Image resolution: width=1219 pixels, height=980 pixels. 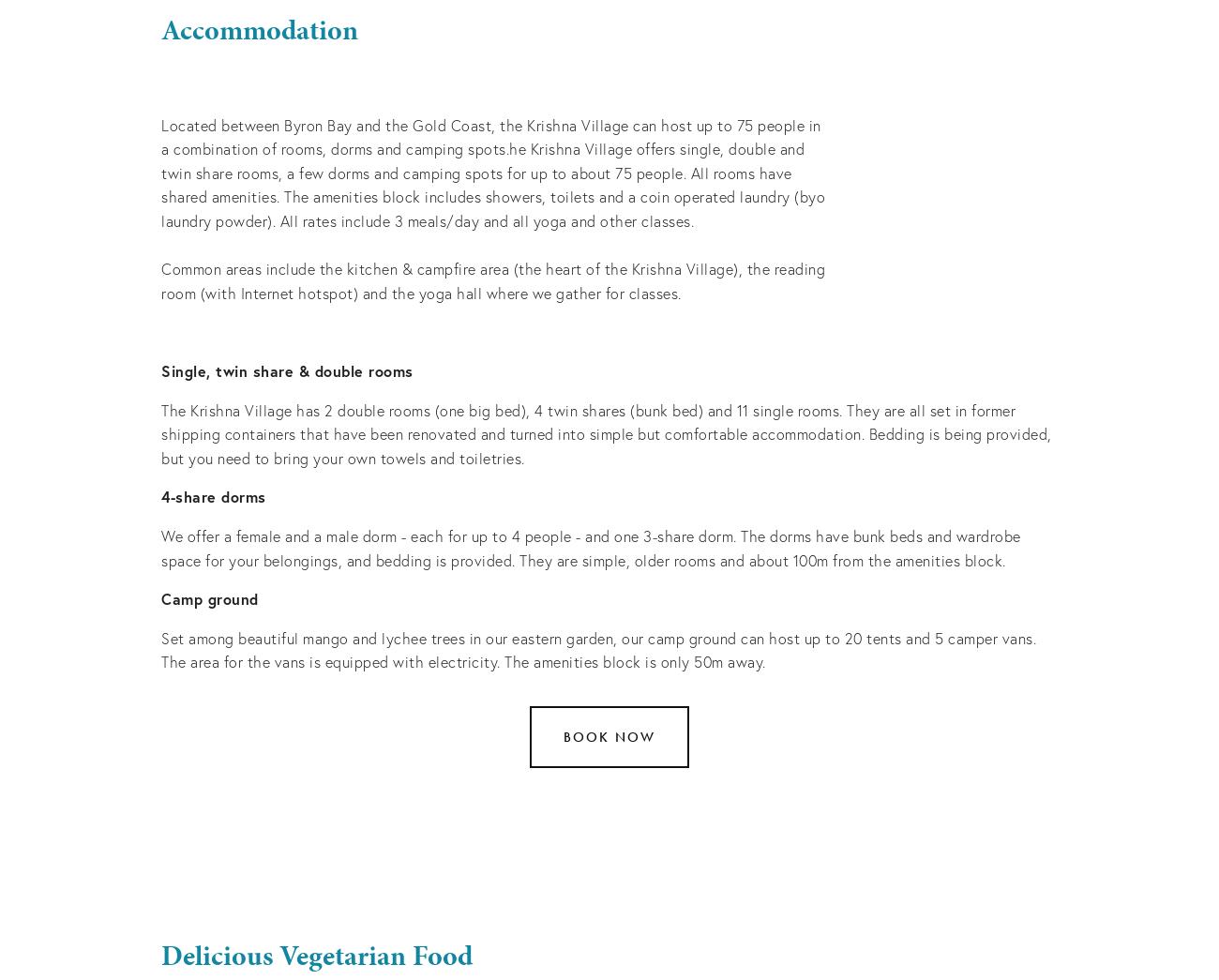 I want to click on 'Accommodation', so click(x=160, y=28).